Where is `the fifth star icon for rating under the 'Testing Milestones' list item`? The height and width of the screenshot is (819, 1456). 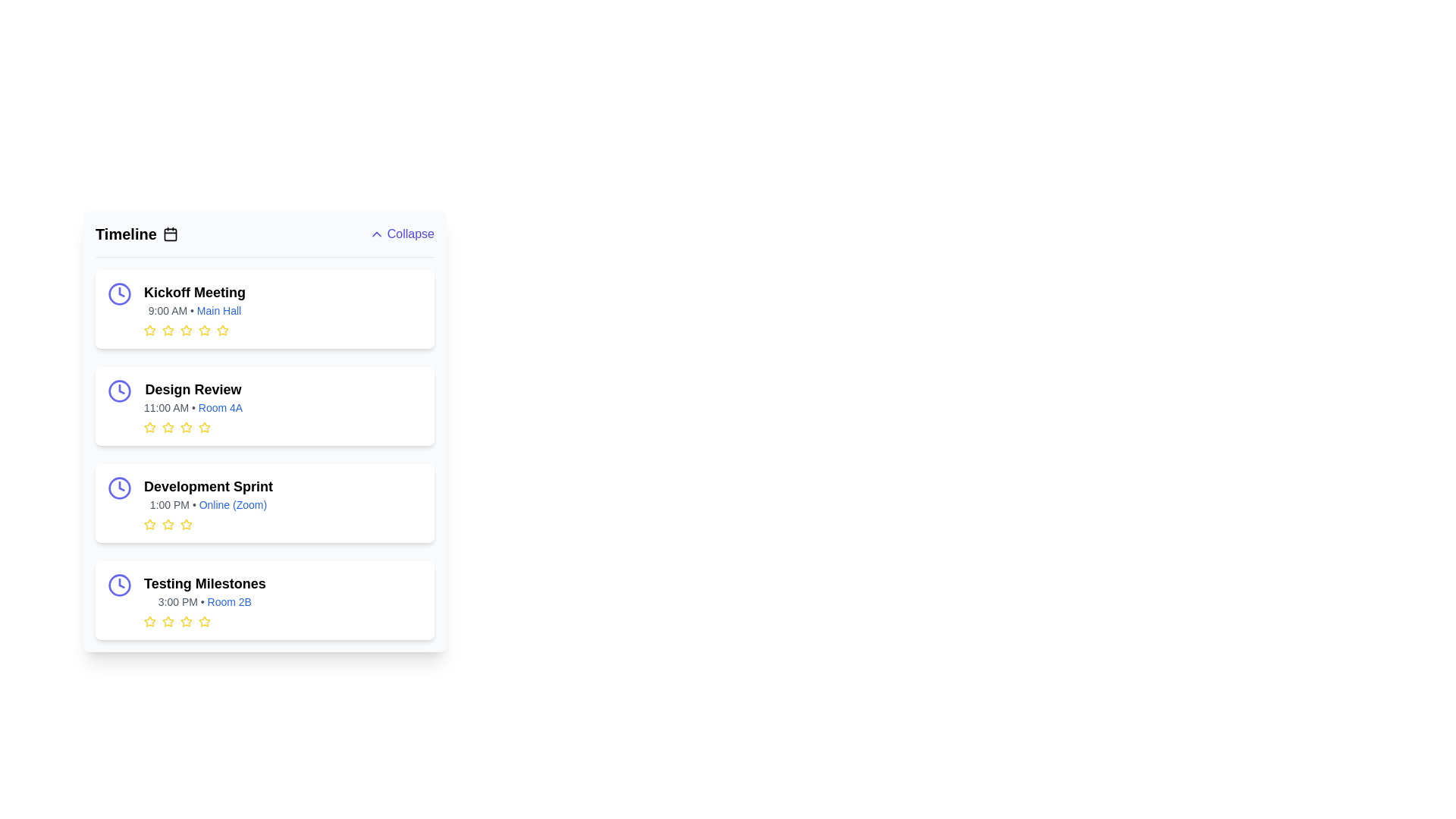
the fifth star icon for rating under the 'Testing Milestones' list item is located at coordinates (203, 622).